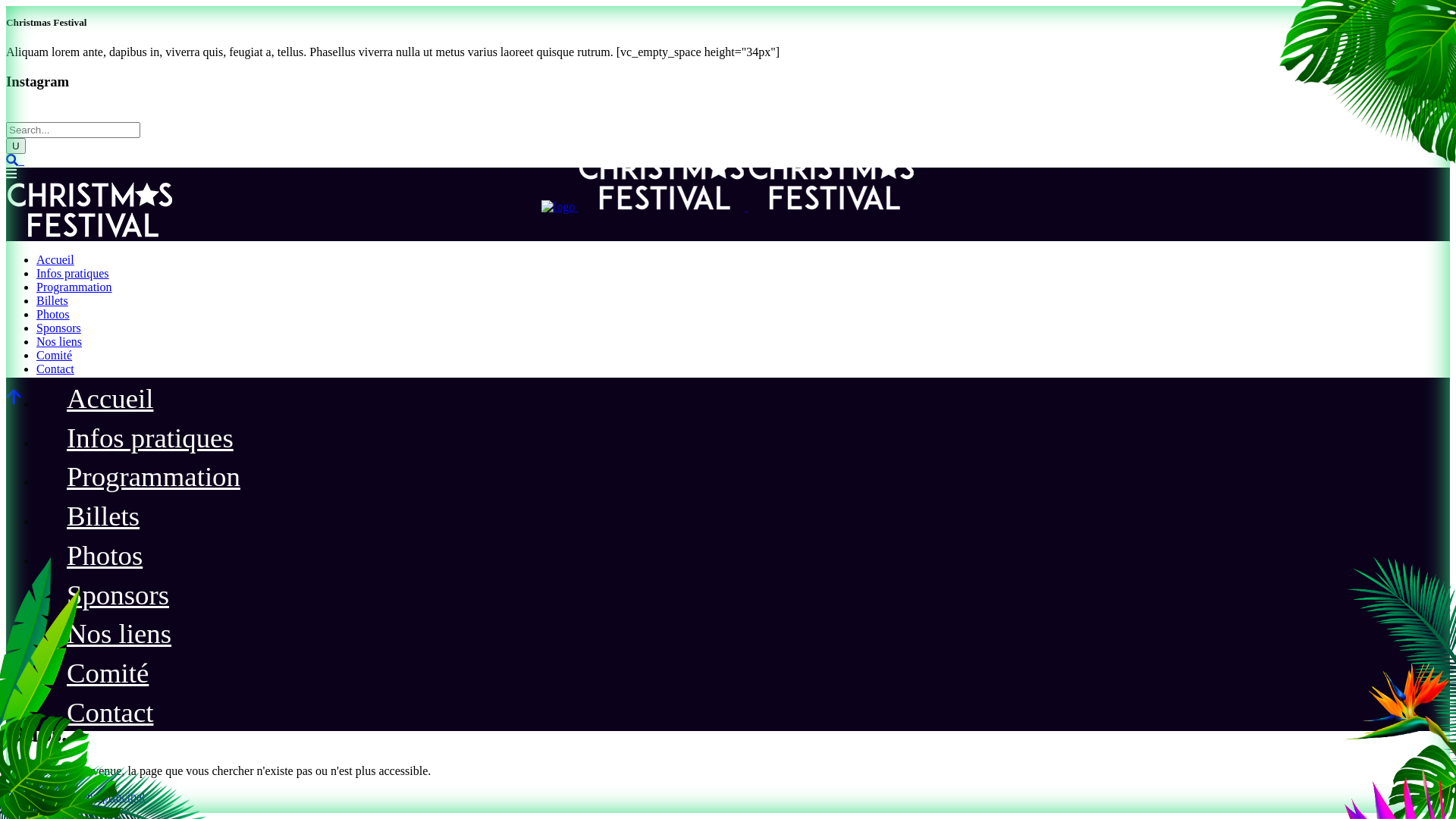  Describe the element at coordinates (52, 300) in the screenshot. I see `'Billets'` at that location.